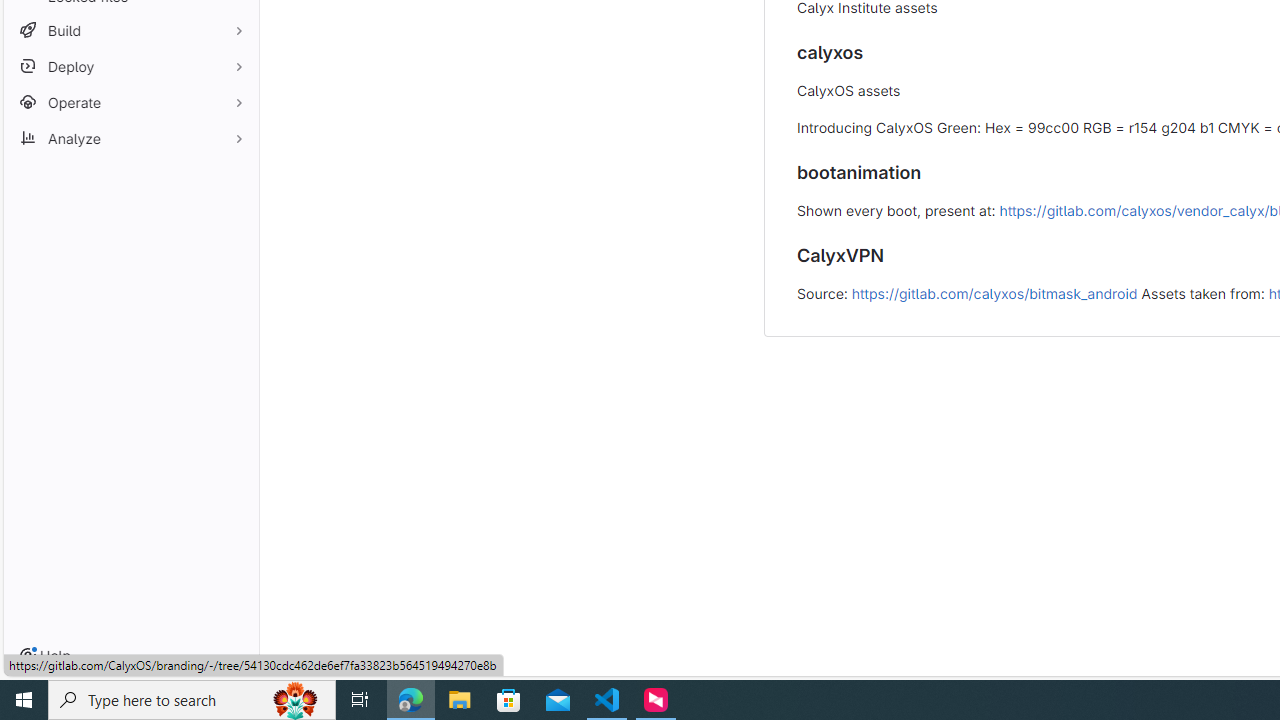 This screenshot has width=1280, height=720. What do you see at coordinates (130, 137) in the screenshot?
I see `'Analyze'` at bounding box center [130, 137].